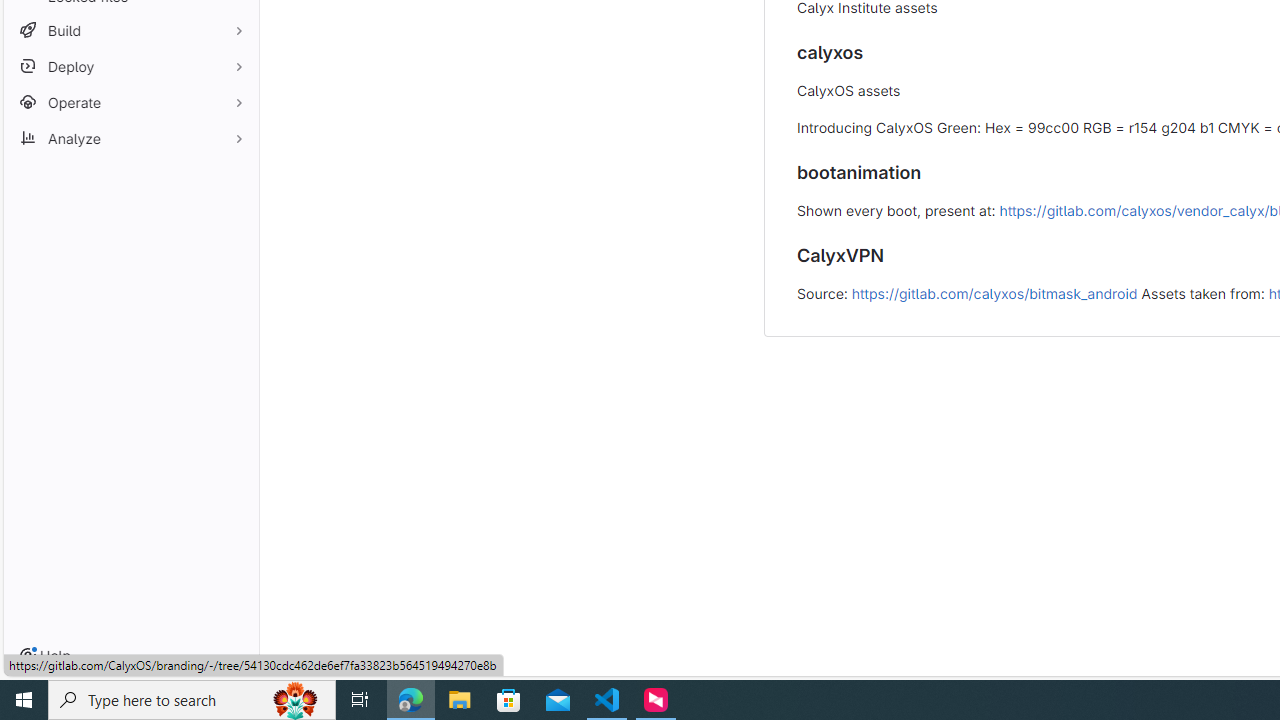 This screenshot has width=1280, height=720. What do you see at coordinates (130, 137) in the screenshot?
I see `'Analyze'` at bounding box center [130, 137].